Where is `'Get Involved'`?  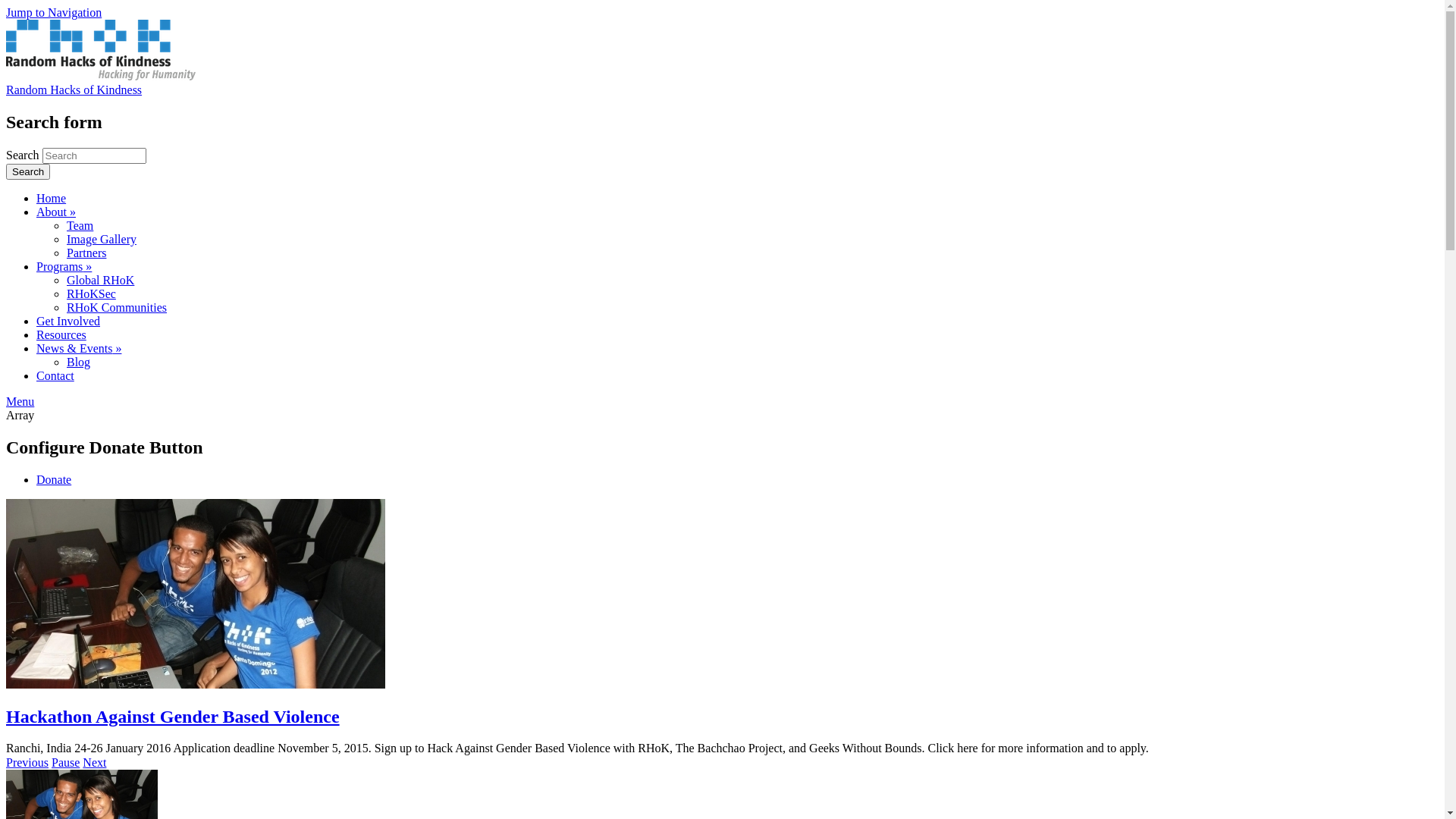
'Get Involved' is located at coordinates (36, 320).